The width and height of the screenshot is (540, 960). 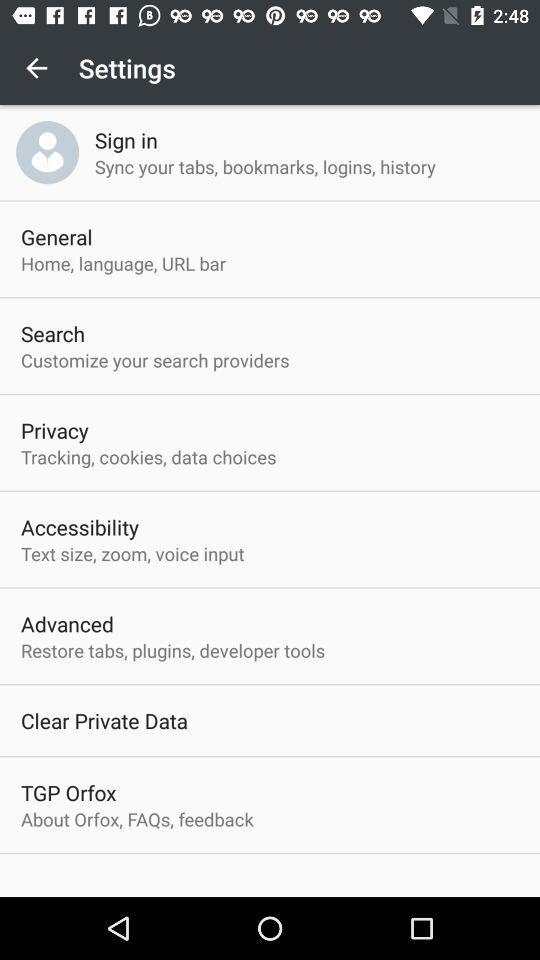 I want to click on item to the left of the settings item, so click(x=36, y=68).